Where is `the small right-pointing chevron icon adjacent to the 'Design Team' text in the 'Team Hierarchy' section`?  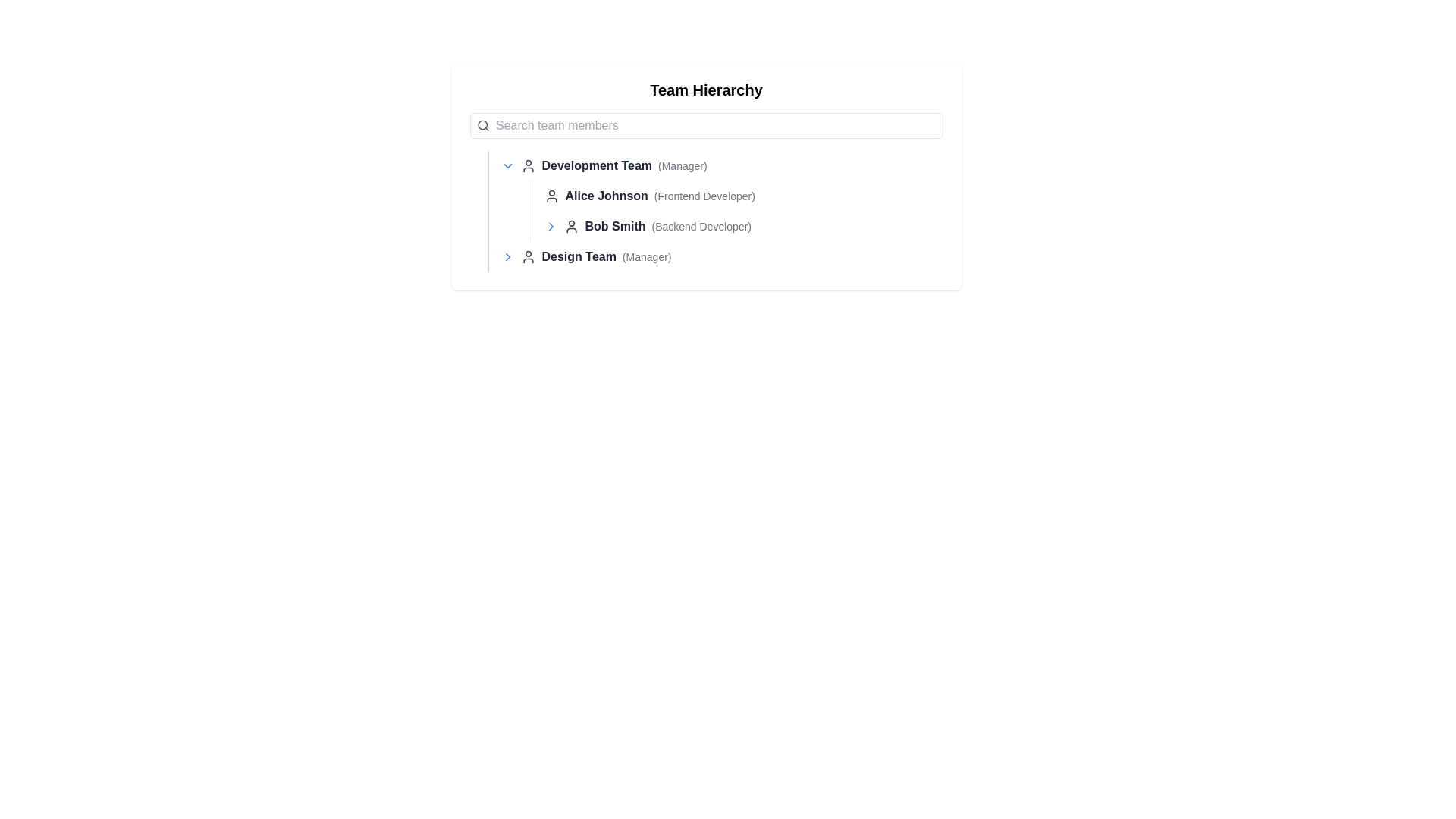 the small right-pointing chevron icon adjacent to the 'Design Team' text in the 'Team Hierarchy' section is located at coordinates (550, 227).